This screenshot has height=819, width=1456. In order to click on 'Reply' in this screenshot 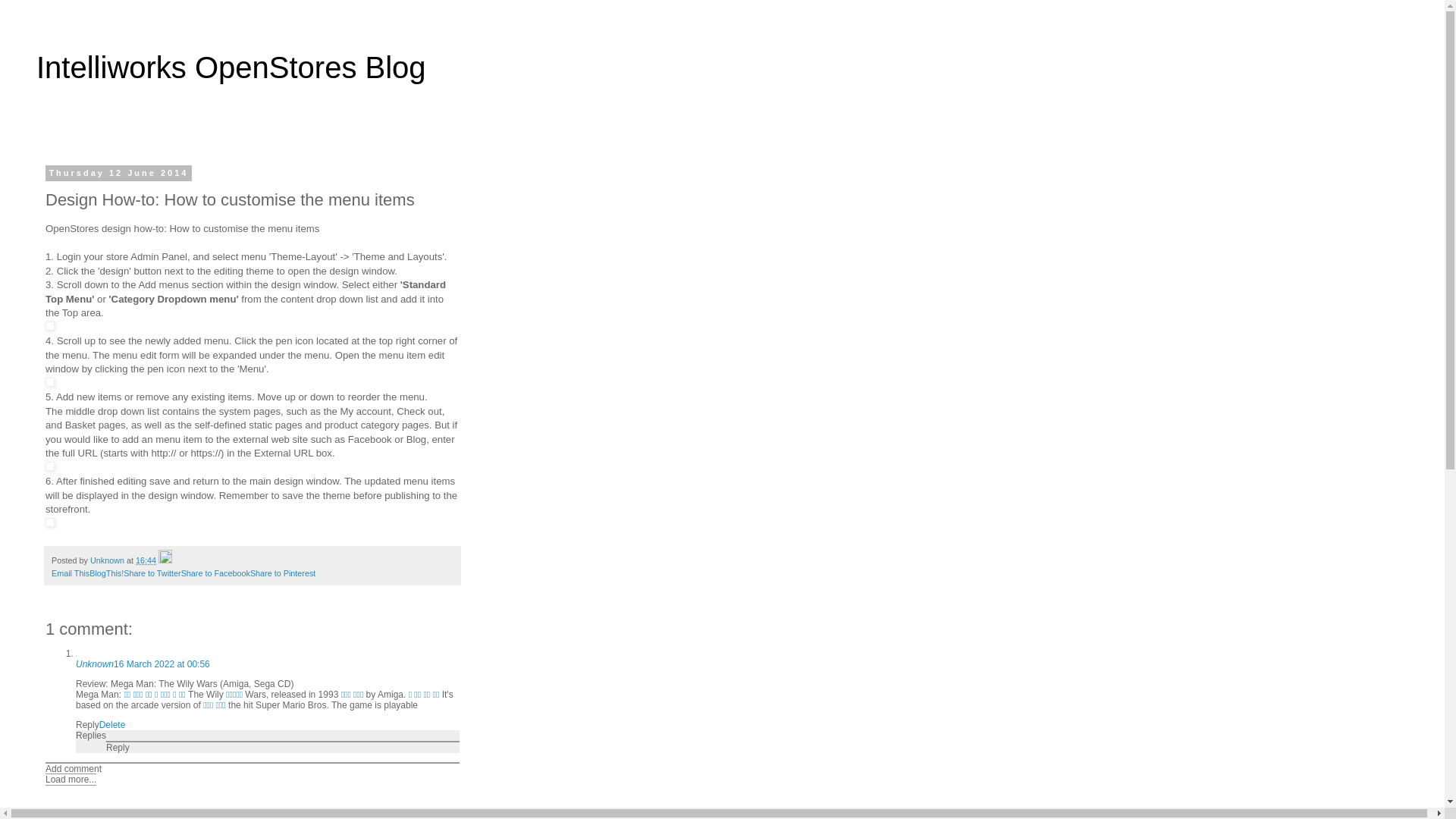, I will do `click(75, 724)`.